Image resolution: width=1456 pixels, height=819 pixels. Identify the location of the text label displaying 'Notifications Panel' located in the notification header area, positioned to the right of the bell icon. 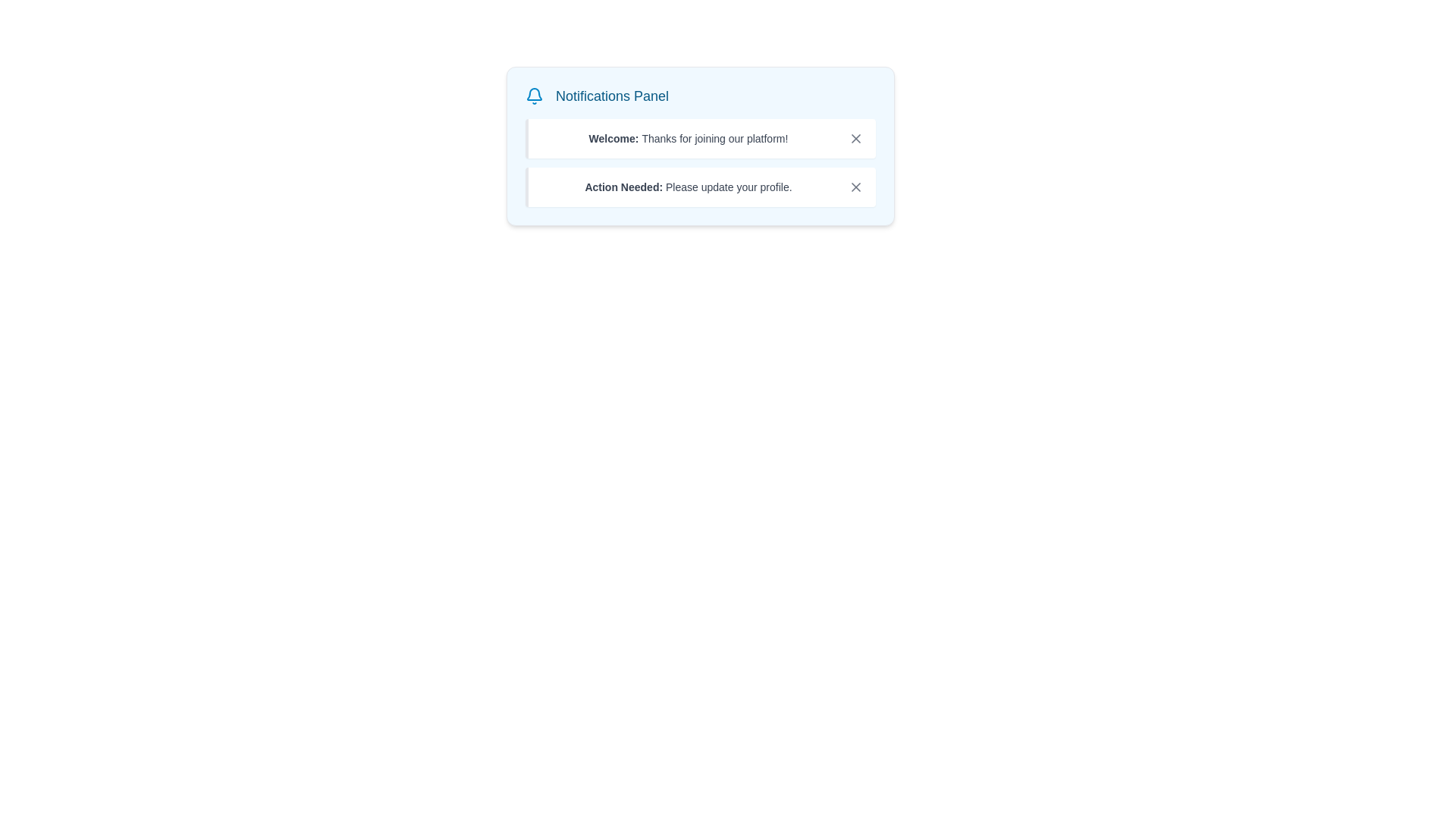
(612, 96).